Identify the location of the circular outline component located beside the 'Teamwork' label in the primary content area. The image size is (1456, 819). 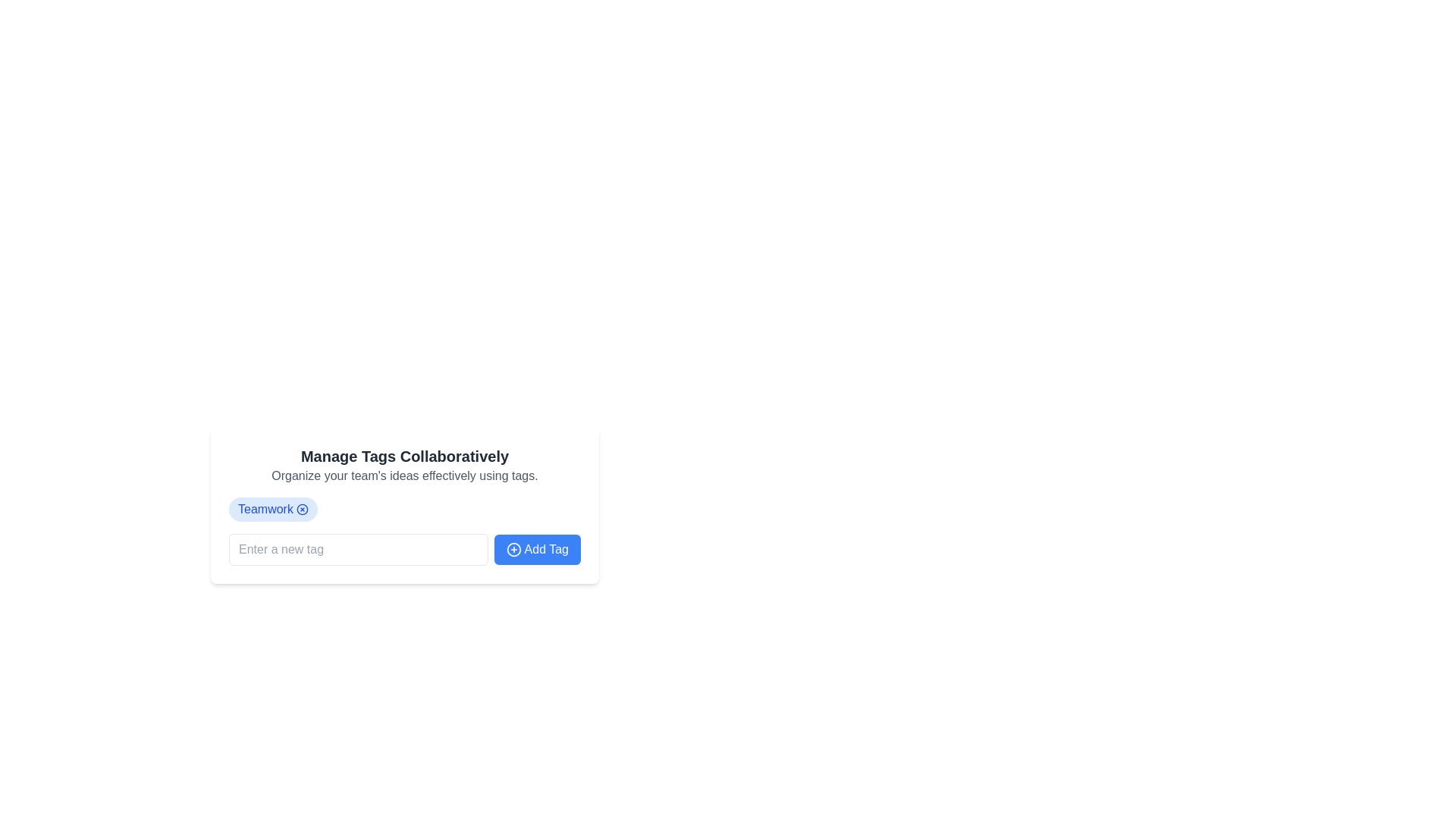
(302, 509).